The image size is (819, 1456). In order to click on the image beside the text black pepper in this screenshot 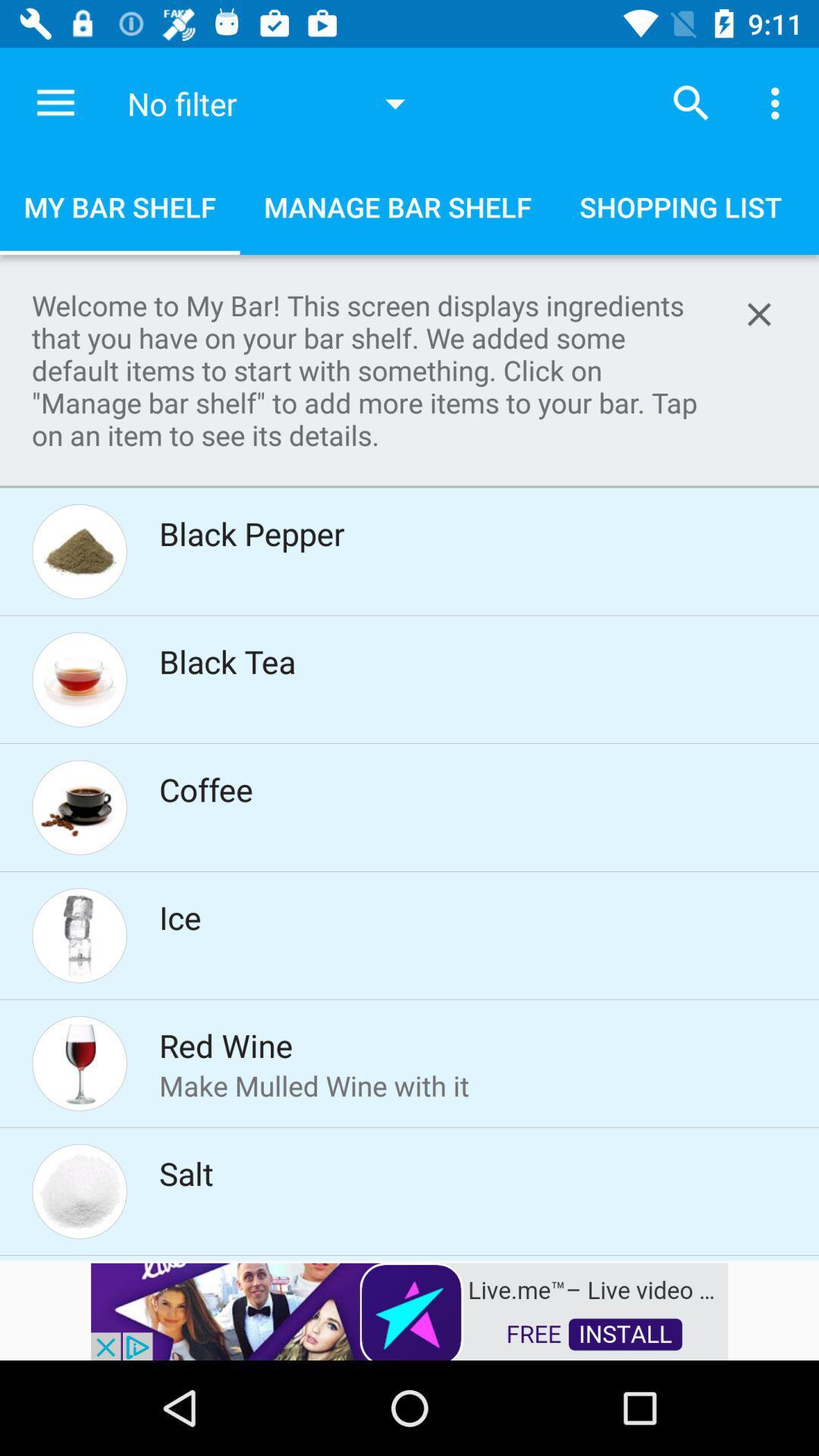, I will do `click(79, 551)`.